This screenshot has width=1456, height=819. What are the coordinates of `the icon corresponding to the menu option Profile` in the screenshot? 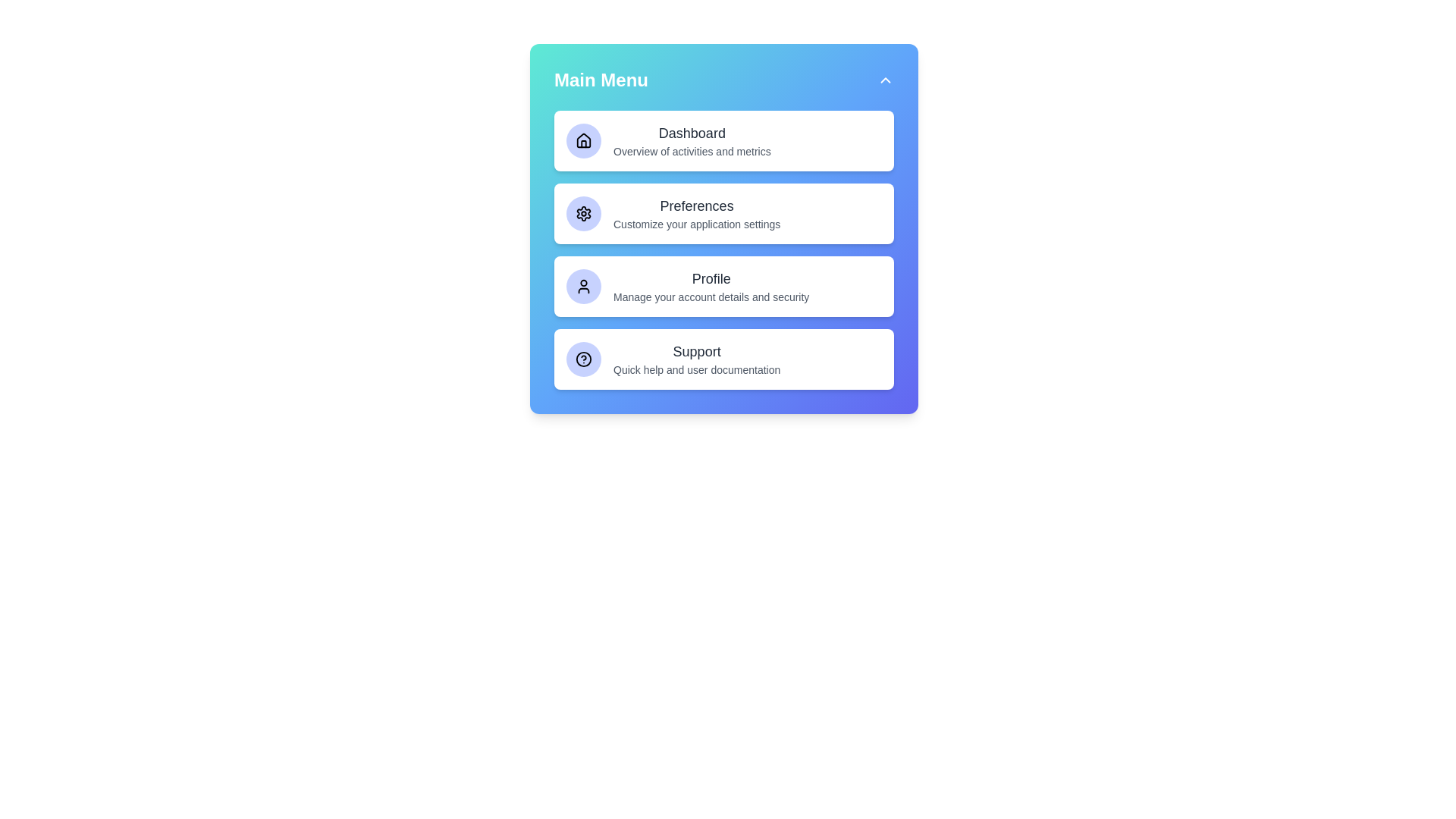 It's located at (582, 287).